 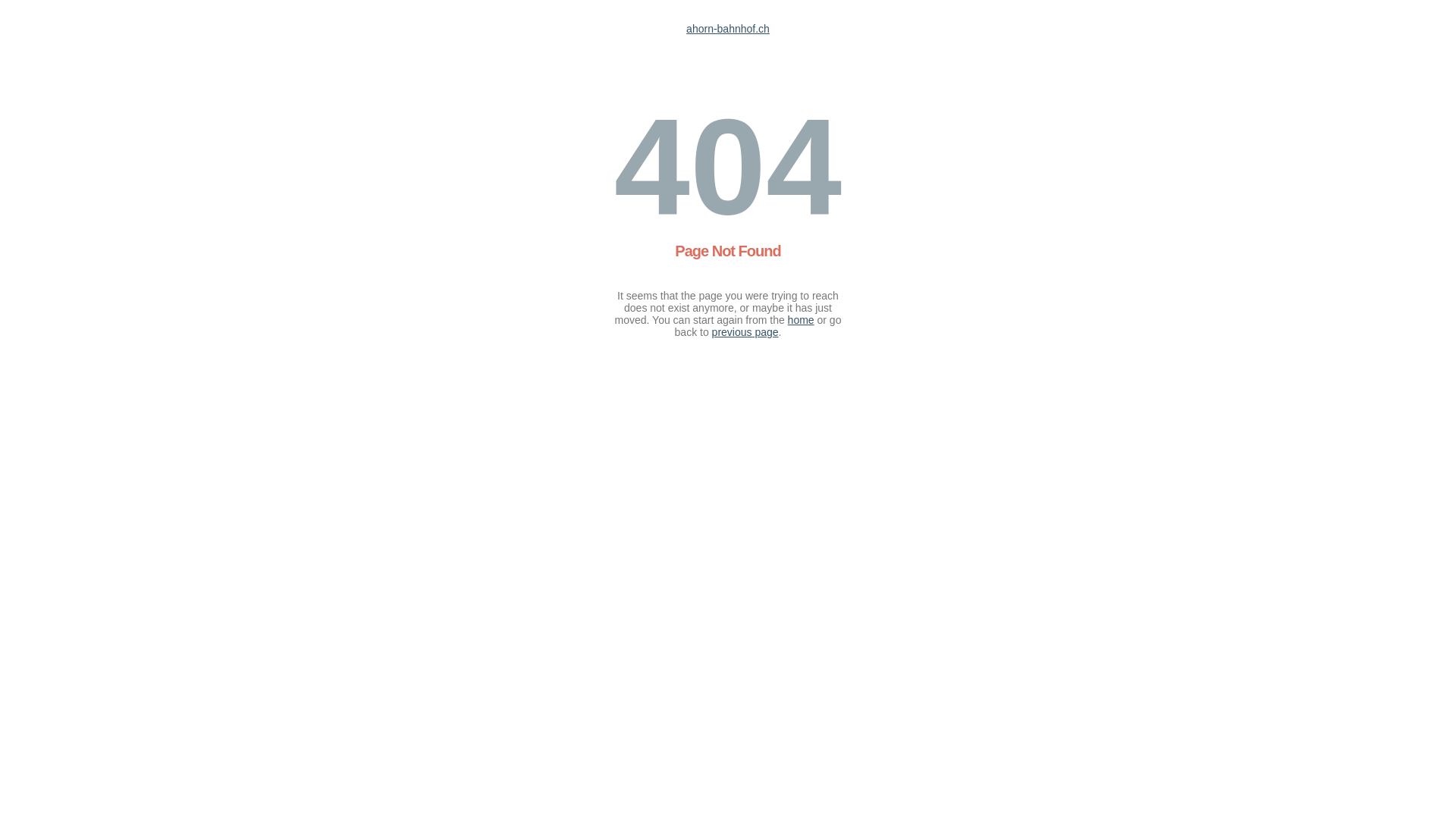 I want to click on 'previous page', so click(x=745, y=331).